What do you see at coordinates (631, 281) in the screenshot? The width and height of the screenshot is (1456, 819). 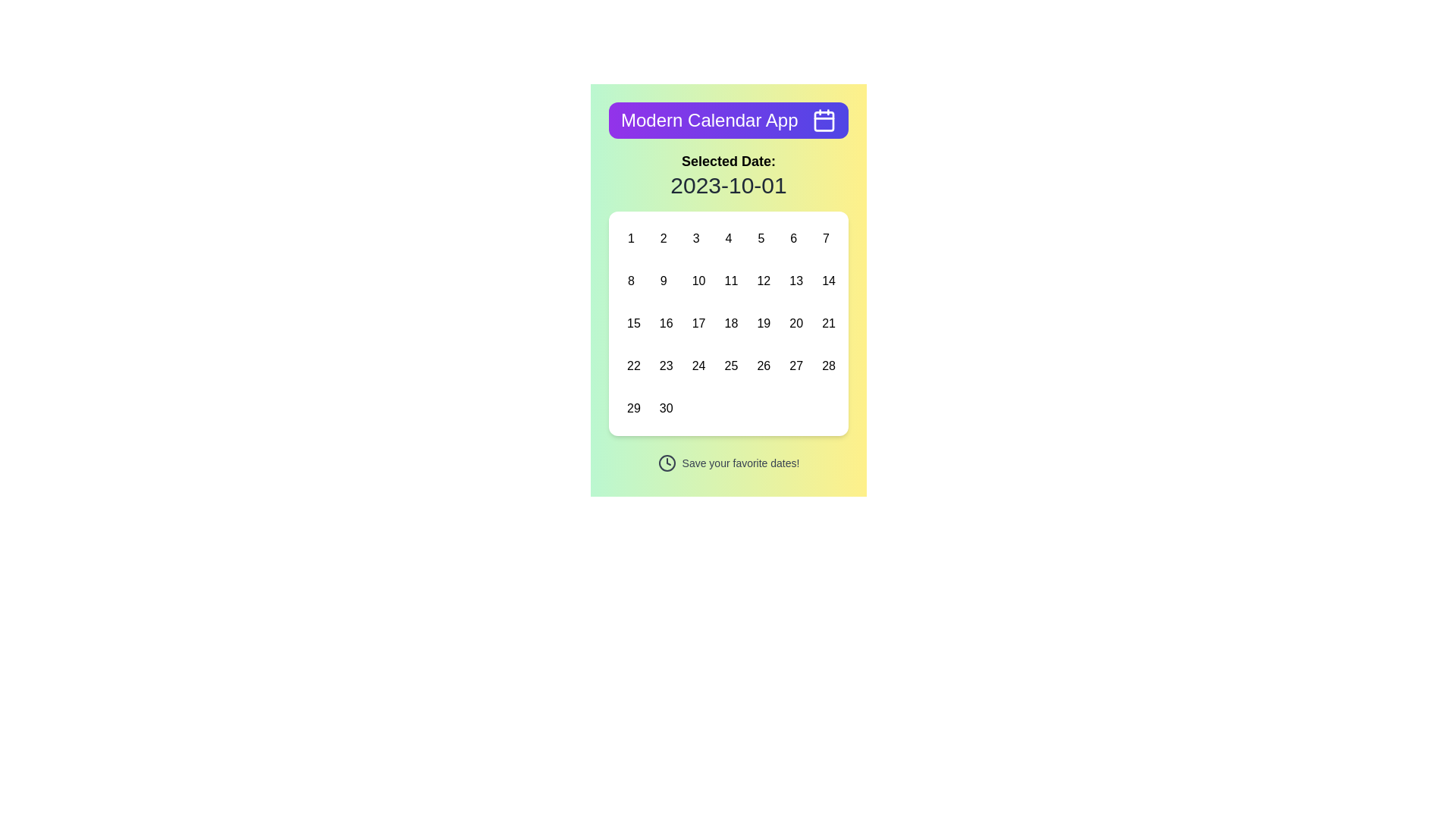 I see `the button for selecting or interacting with the date '8' in the calendar interface, located in the second row and first column of the grid layout, under the header 'Modern Calendar App'` at bounding box center [631, 281].